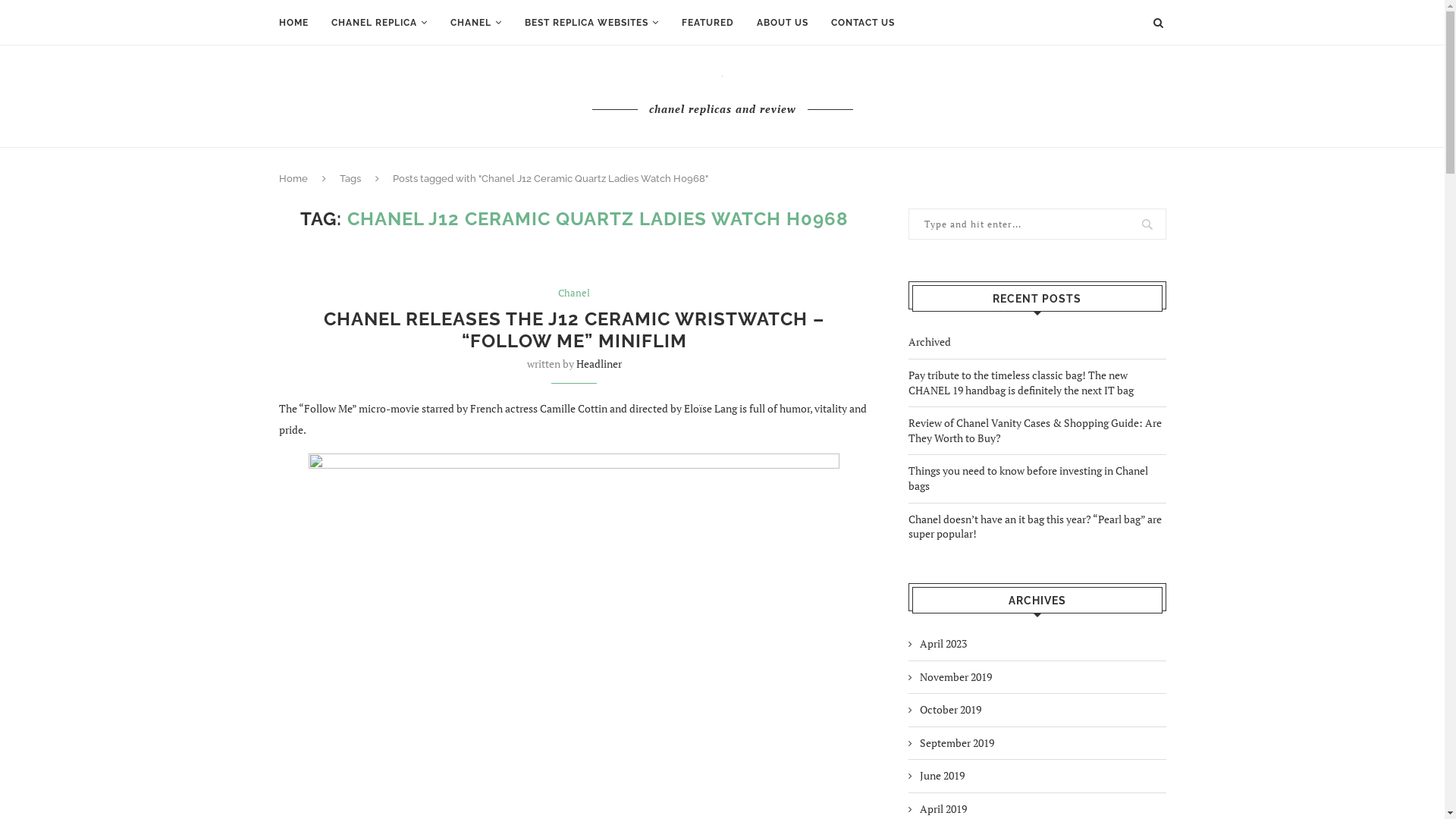  Describe the element at coordinates (944, 710) in the screenshot. I see `'October 2019'` at that location.